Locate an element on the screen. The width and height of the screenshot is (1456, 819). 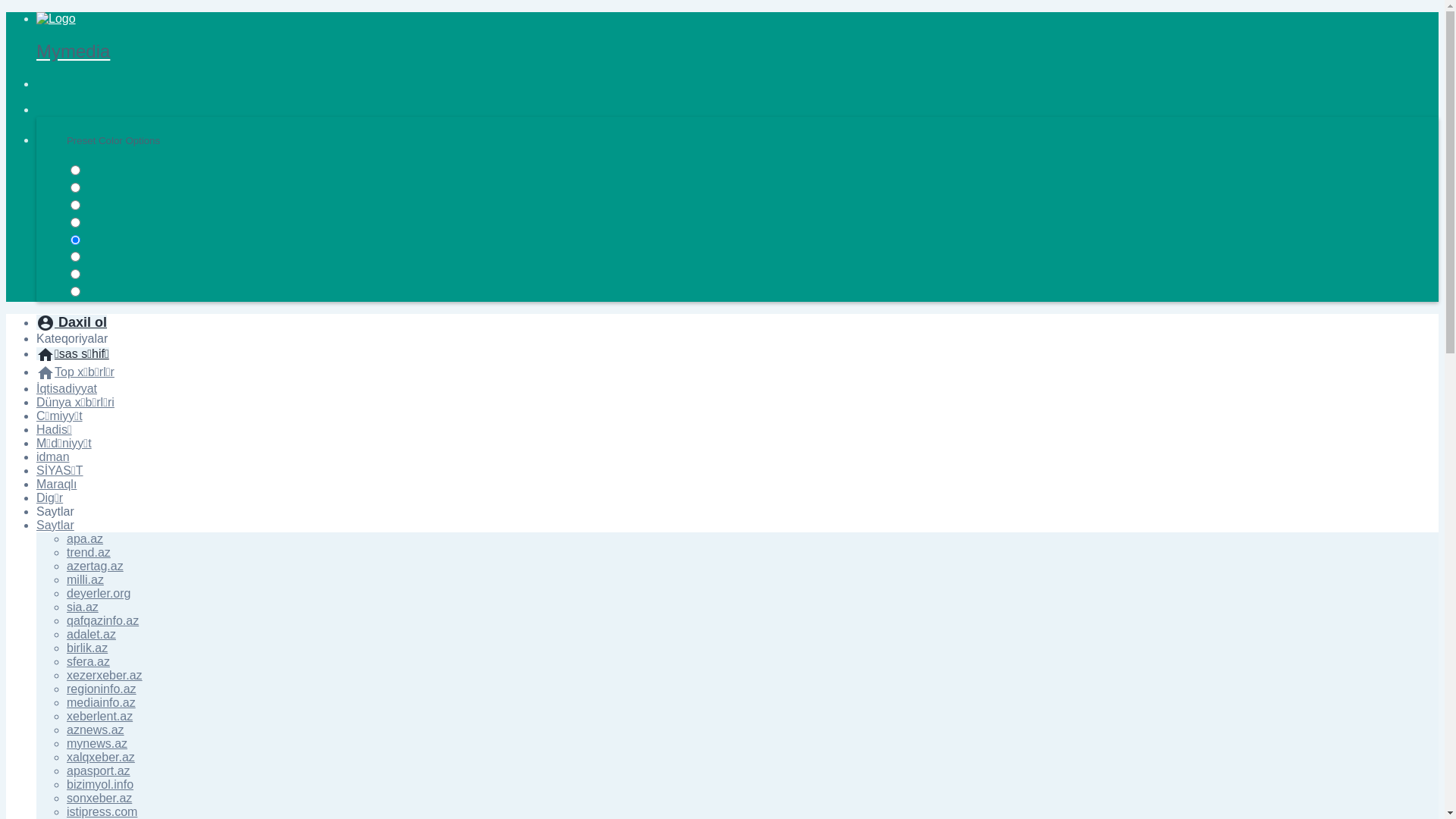
'apasport.az' is located at coordinates (97, 770).